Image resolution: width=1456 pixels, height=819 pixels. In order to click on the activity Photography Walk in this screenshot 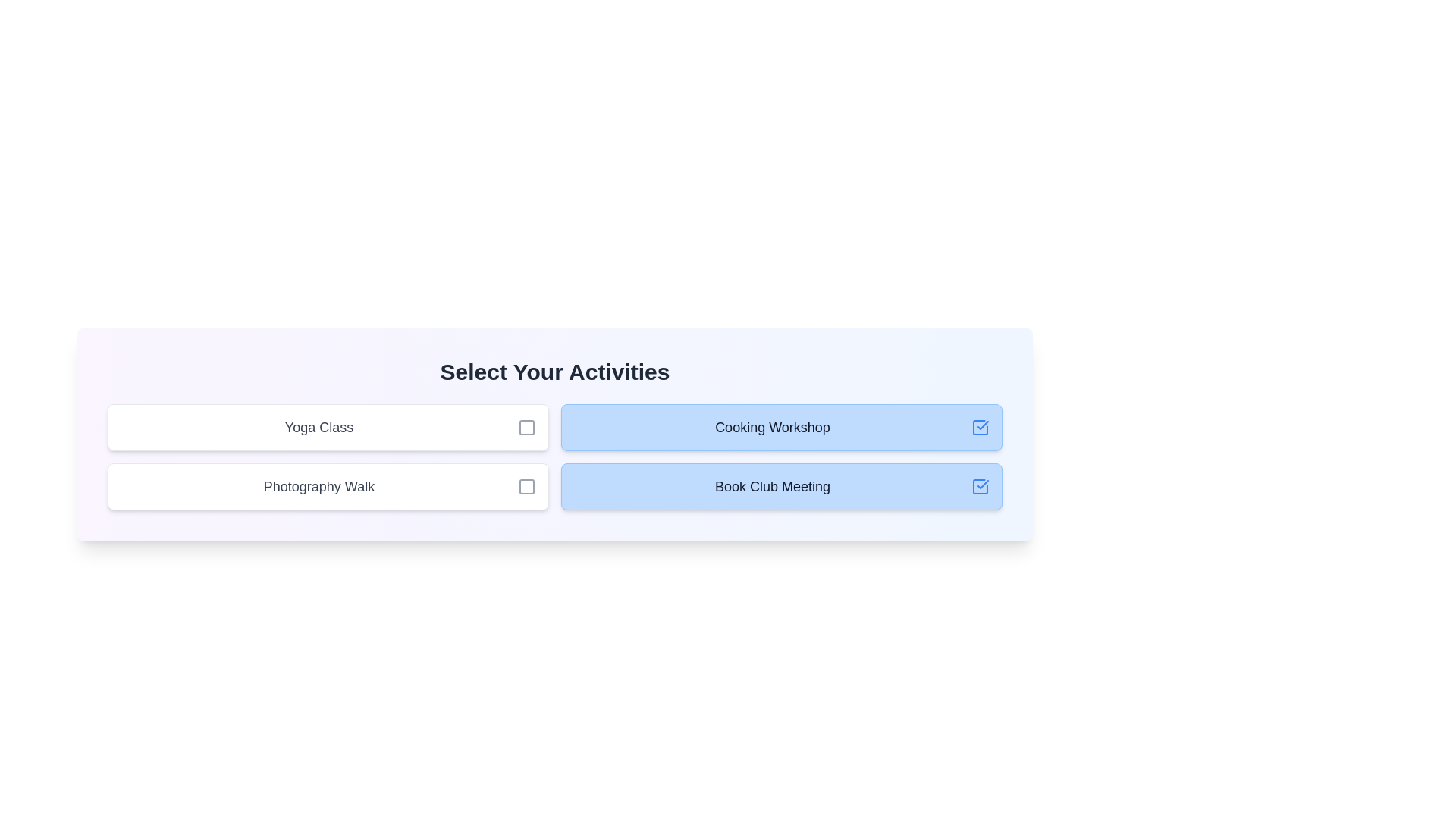, I will do `click(327, 486)`.